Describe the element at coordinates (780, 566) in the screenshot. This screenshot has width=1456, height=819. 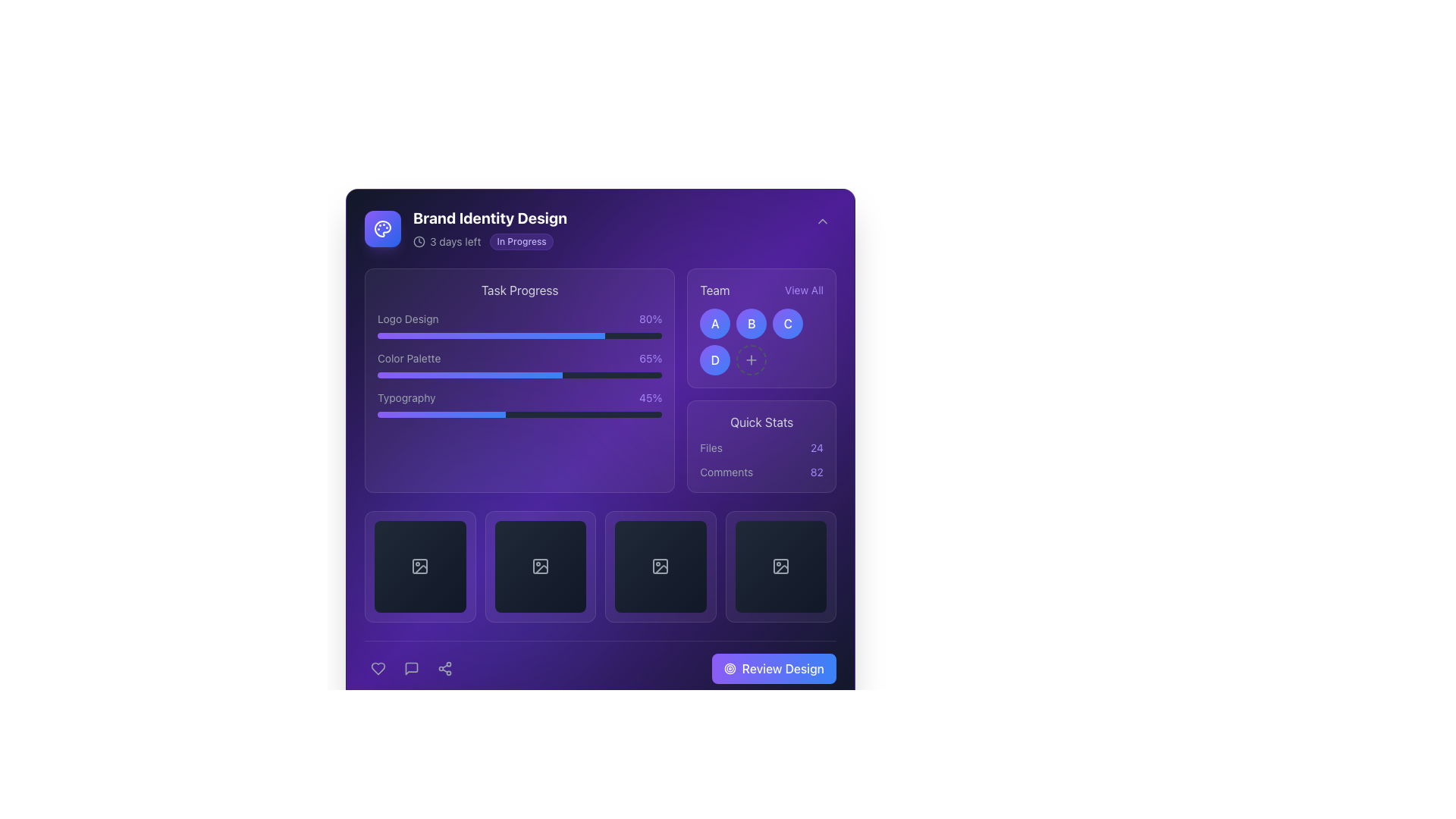
I see `the image placeholder icon located as the fourth item in a horizontal sequence above the 'Review Design' button` at that location.